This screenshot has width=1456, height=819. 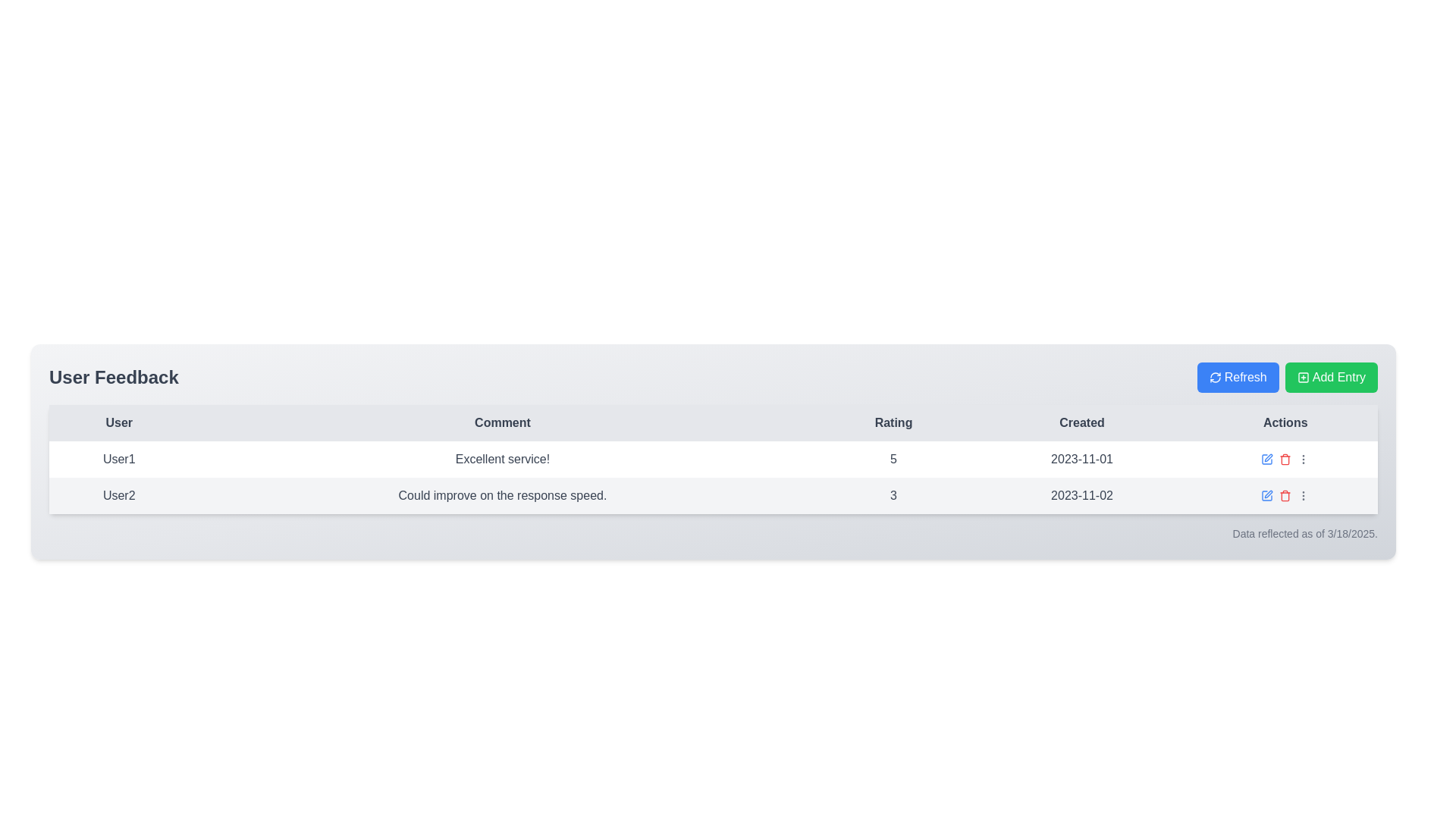 I want to click on the text label displaying 'User1', which is located in the first row of a table under the 'User' column header, so click(x=118, y=458).